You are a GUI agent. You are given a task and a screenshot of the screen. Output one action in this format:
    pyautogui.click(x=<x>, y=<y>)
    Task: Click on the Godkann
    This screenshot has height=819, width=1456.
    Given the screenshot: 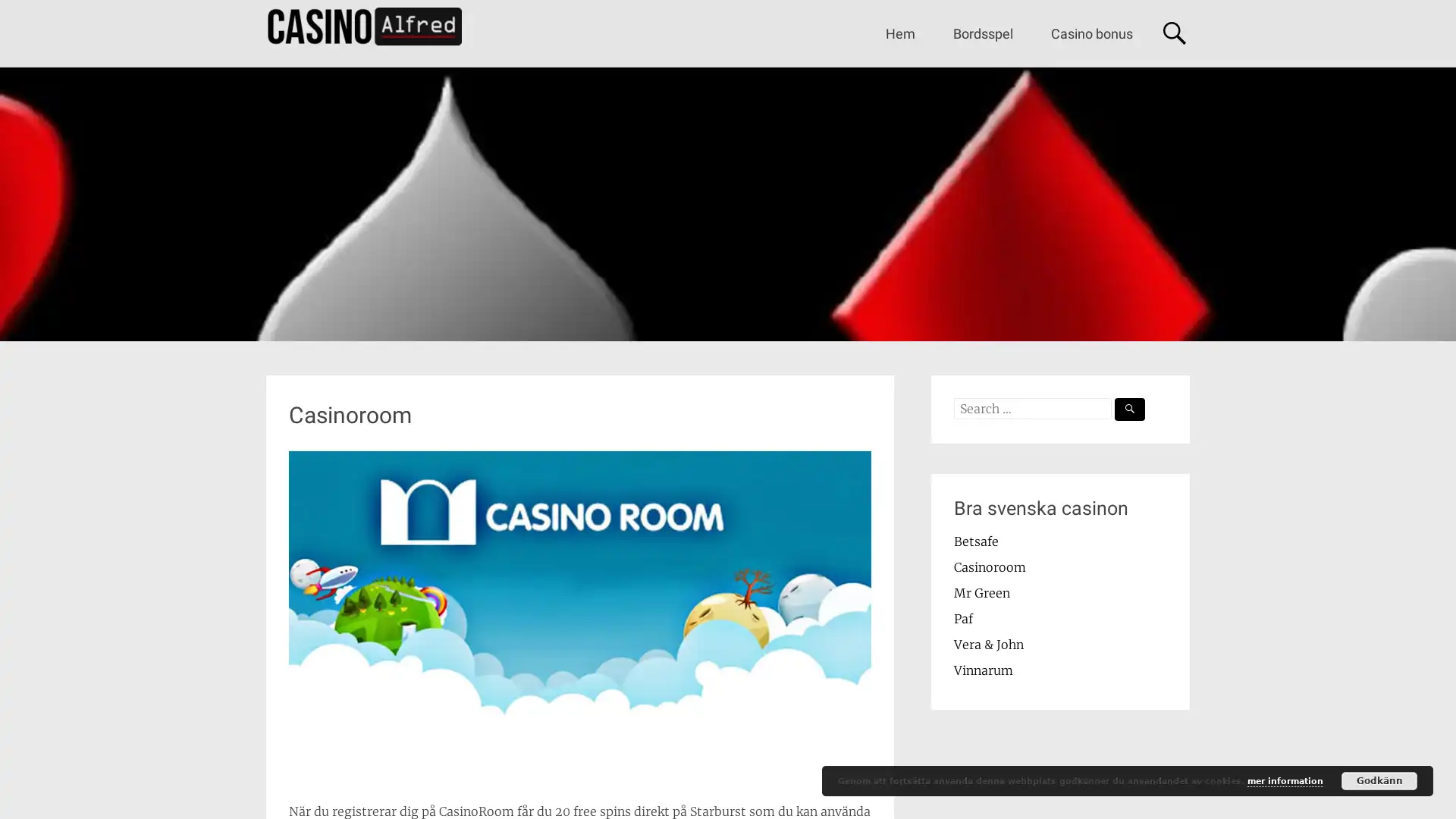 What is the action you would take?
    pyautogui.click(x=1379, y=780)
    